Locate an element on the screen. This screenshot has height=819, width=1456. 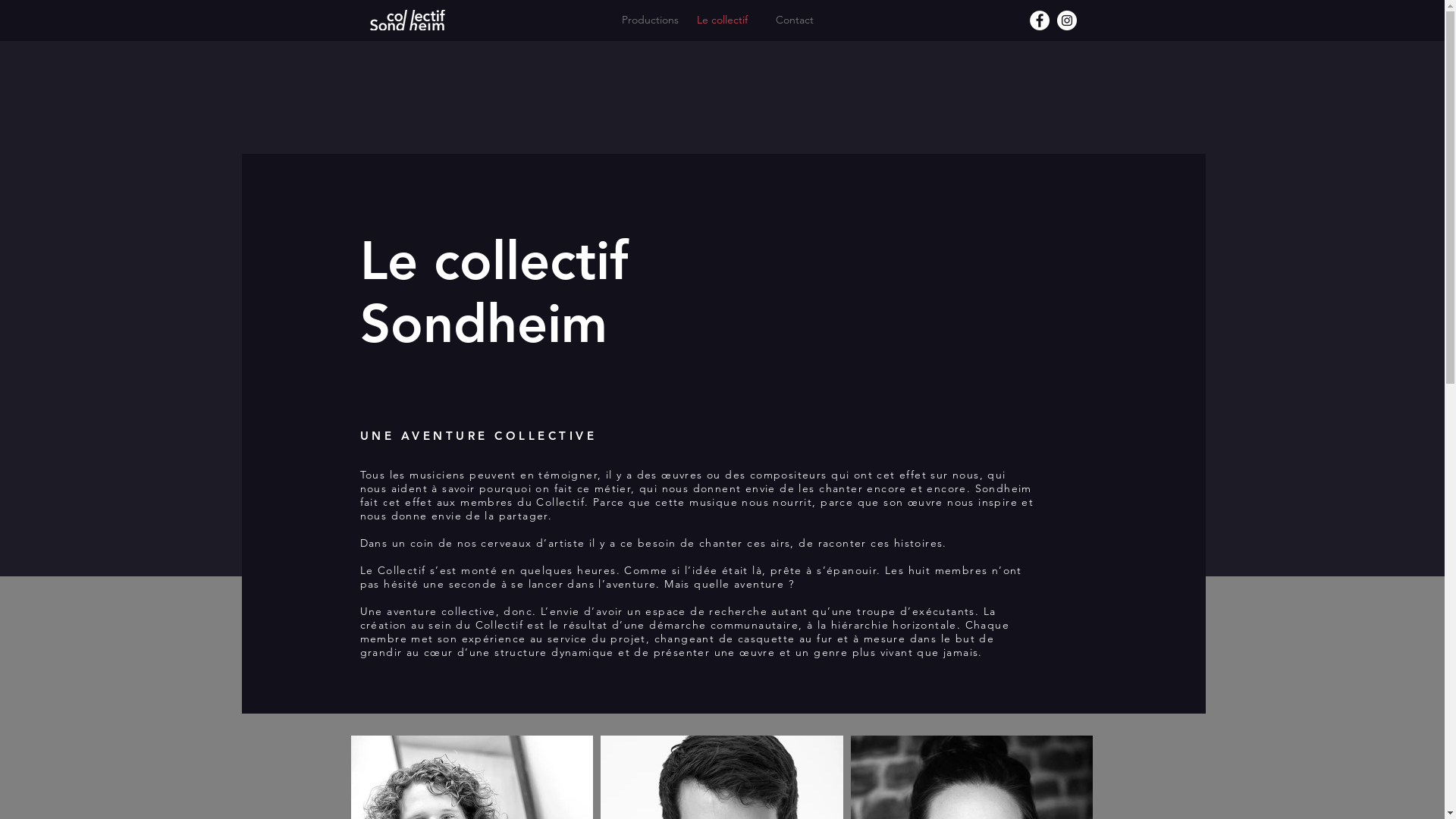
'Contact' is located at coordinates (793, 20).